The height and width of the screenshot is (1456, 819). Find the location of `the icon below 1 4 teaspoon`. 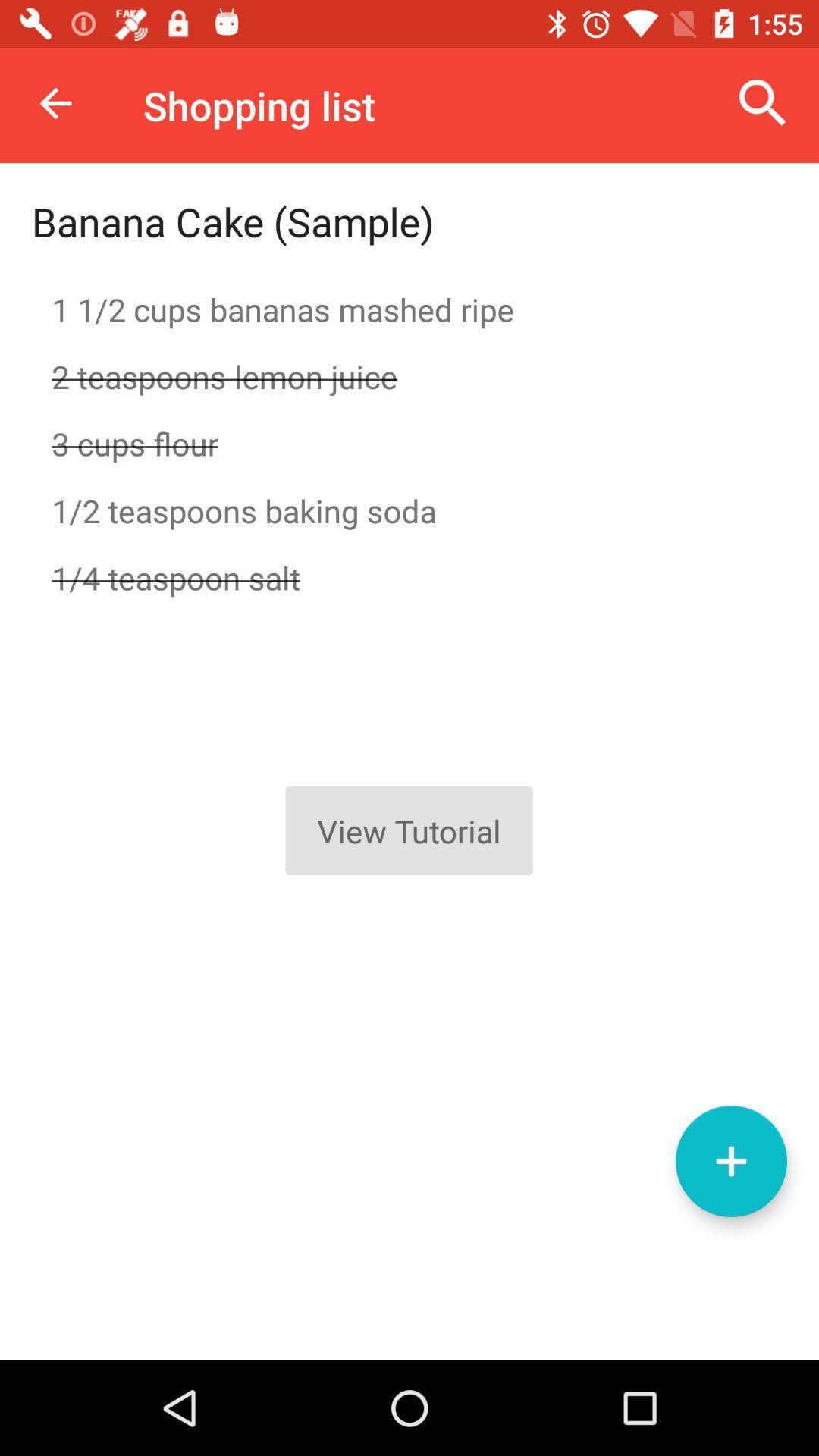

the icon below 1 4 teaspoon is located at coordinates (730, 1160).